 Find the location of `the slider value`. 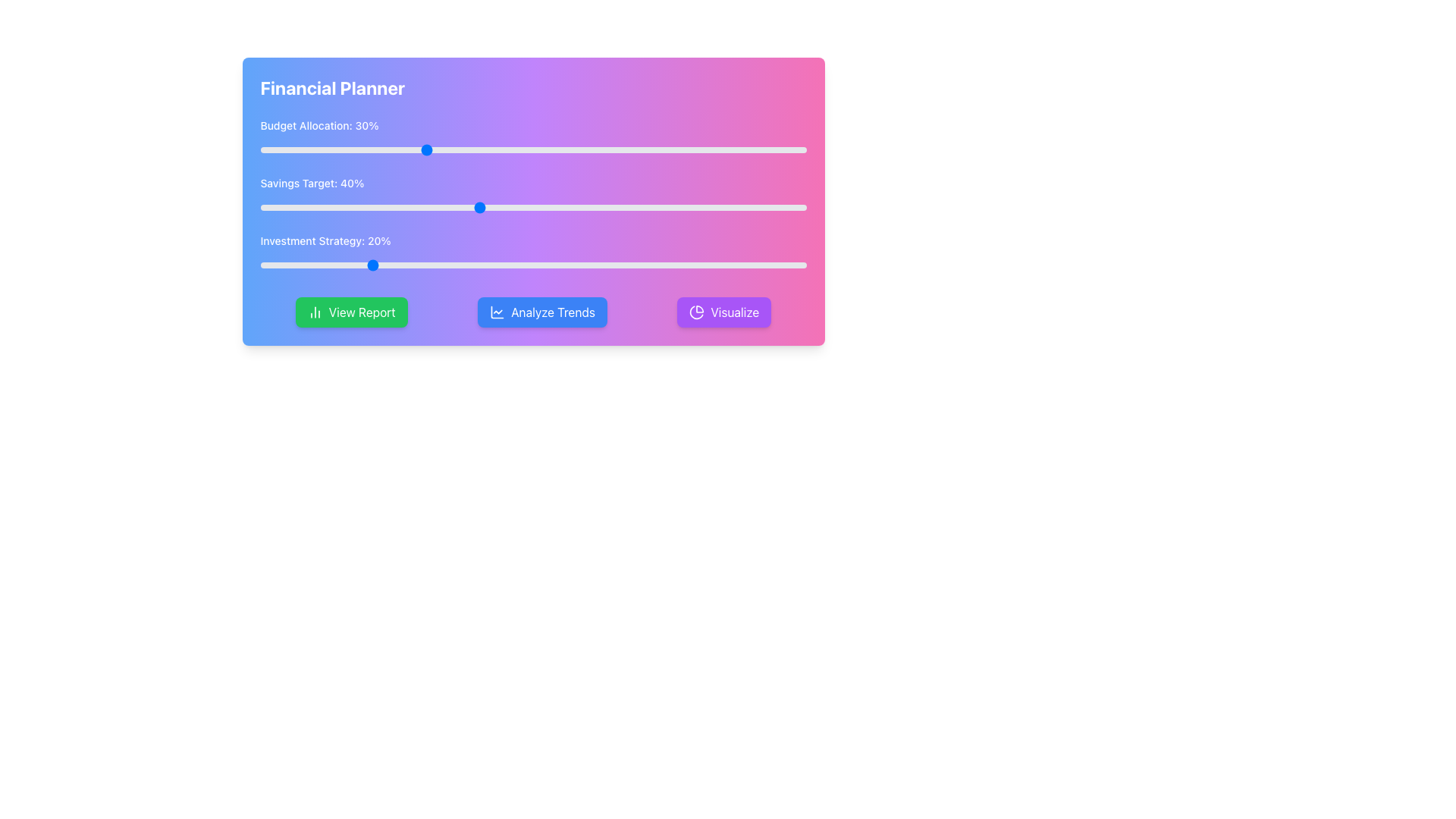

the slider value is located at coordinates (752, 149).